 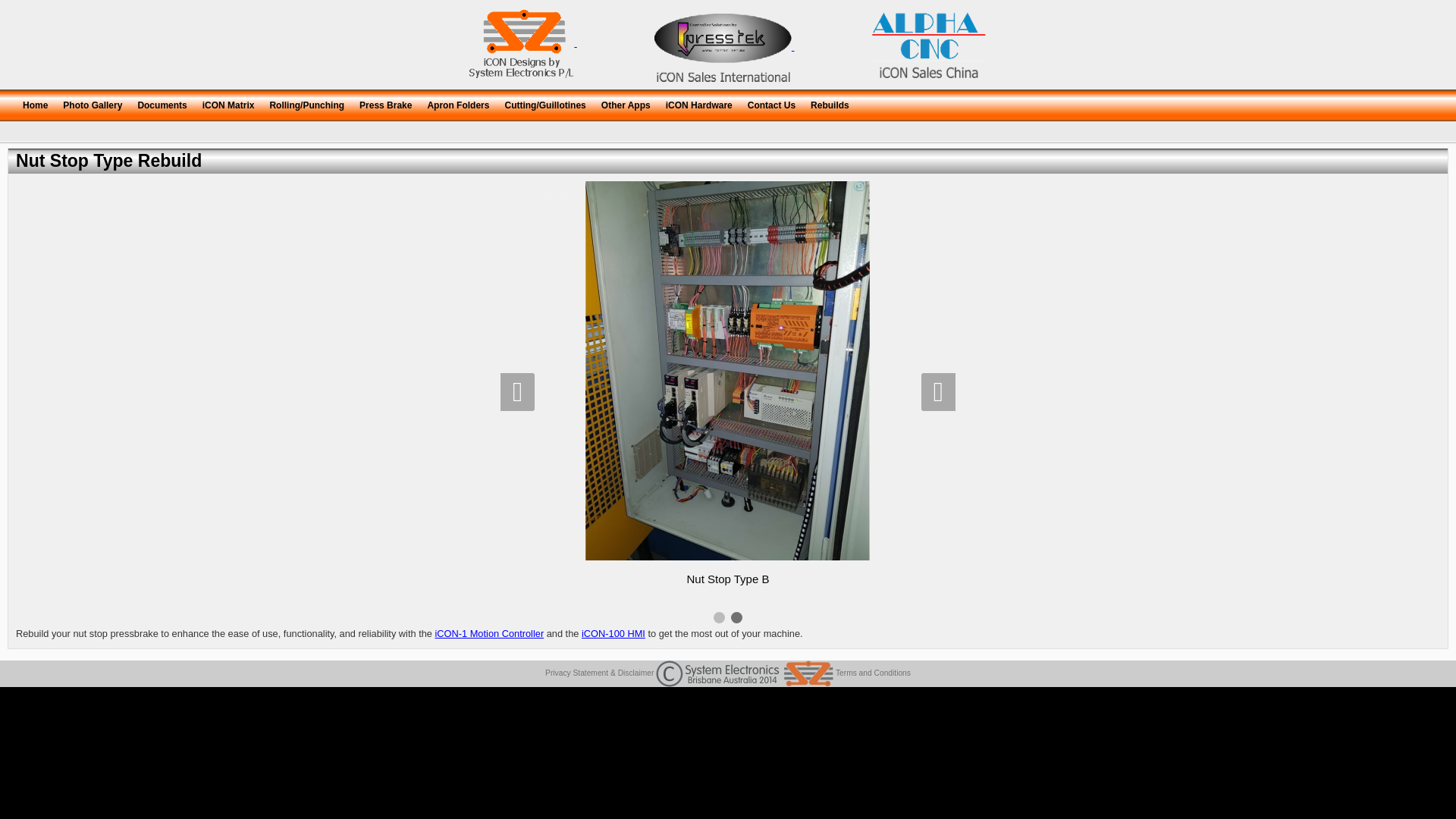 What do you see at coordinates (745, 673) in the screenshot?
I see `'SE Copyright'` at bounding box center [745, 673].